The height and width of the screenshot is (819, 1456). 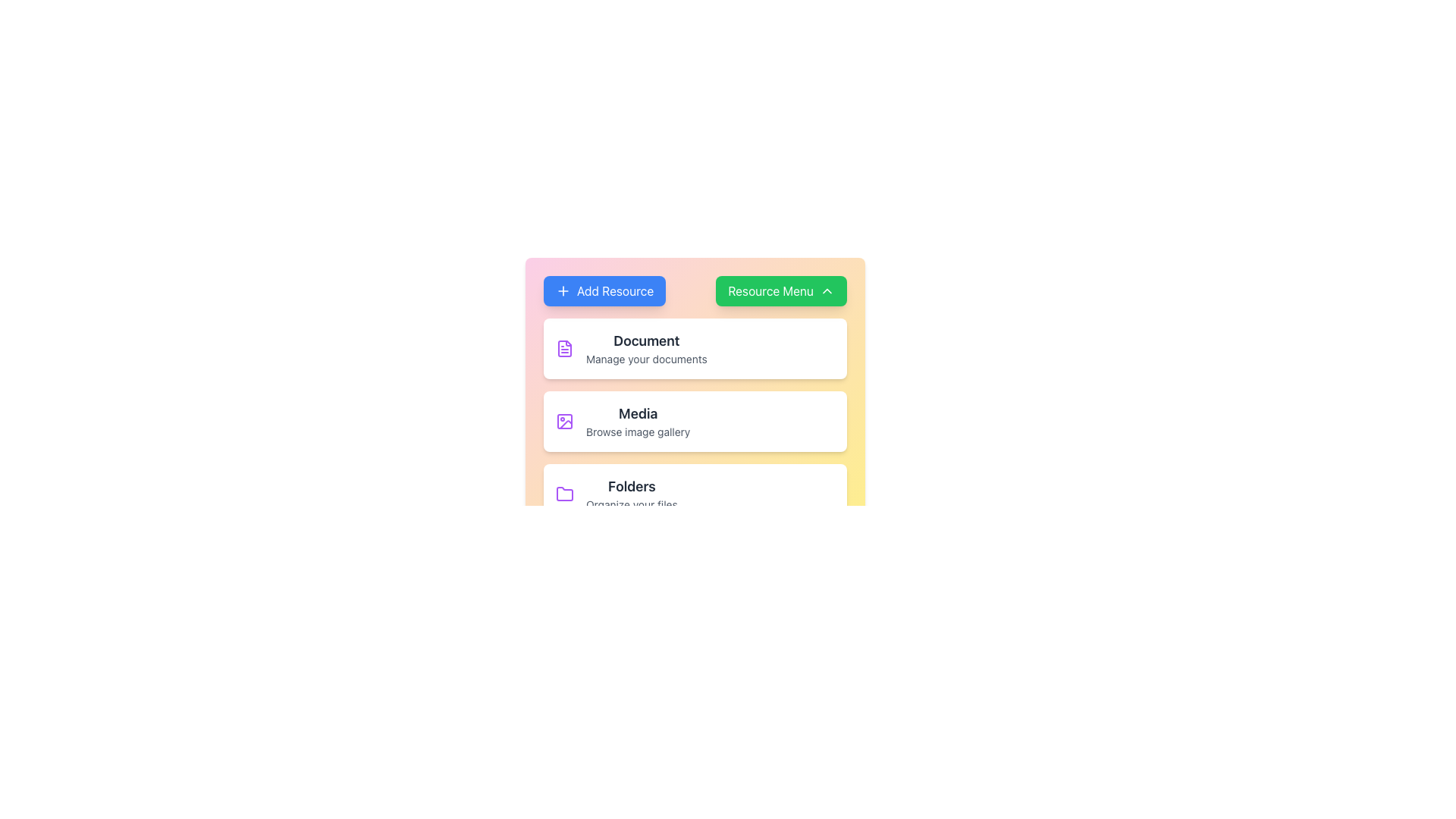 I want to click on the text label that serves as the header for file and folder organization, located centrally in the interface, positioned directly above the 'Organize your files' text element, so click(x=632, y=486).